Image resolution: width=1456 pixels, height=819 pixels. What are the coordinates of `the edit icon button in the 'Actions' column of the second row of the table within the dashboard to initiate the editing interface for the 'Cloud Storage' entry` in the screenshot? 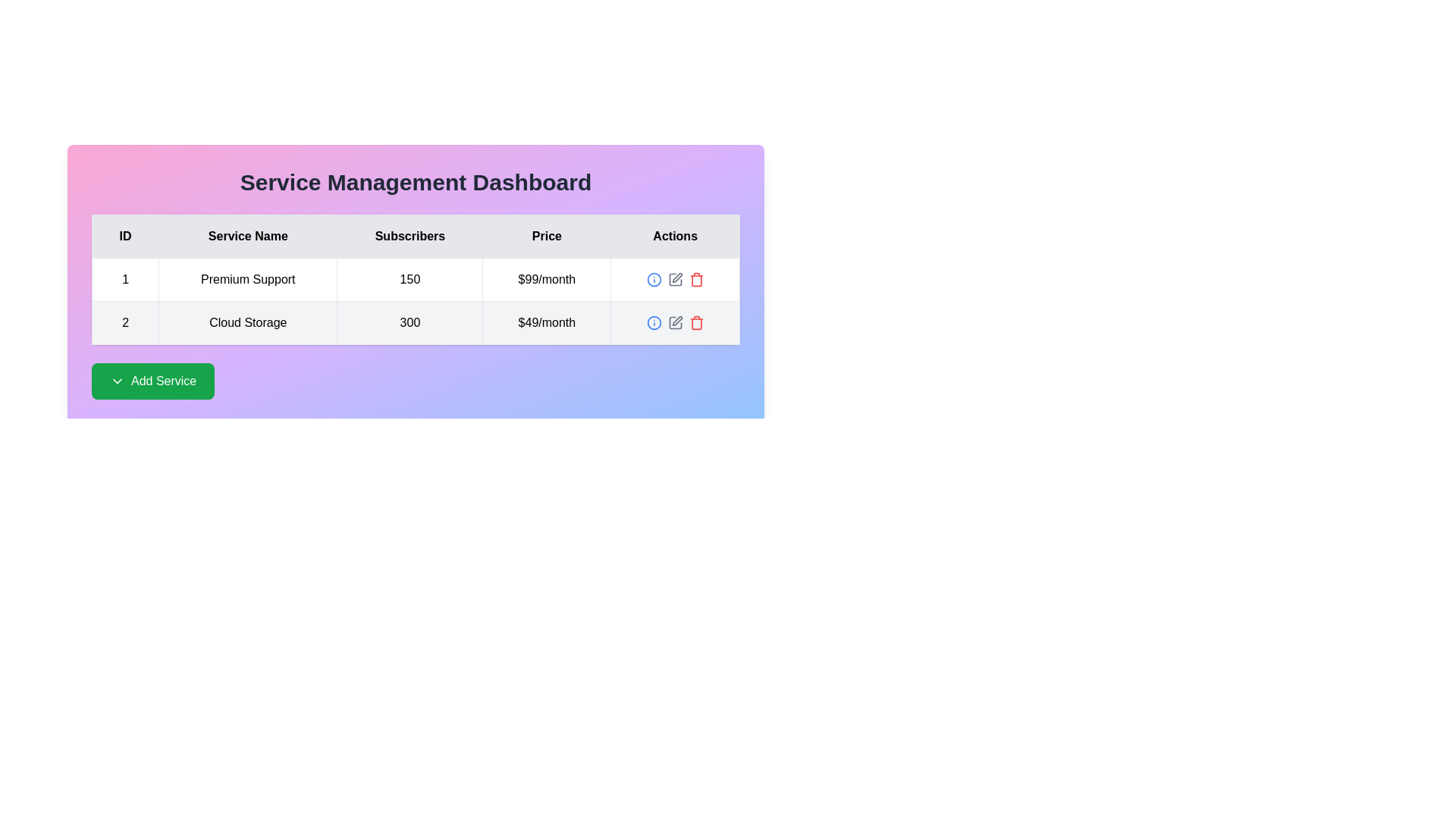 It's located at (674, 322).